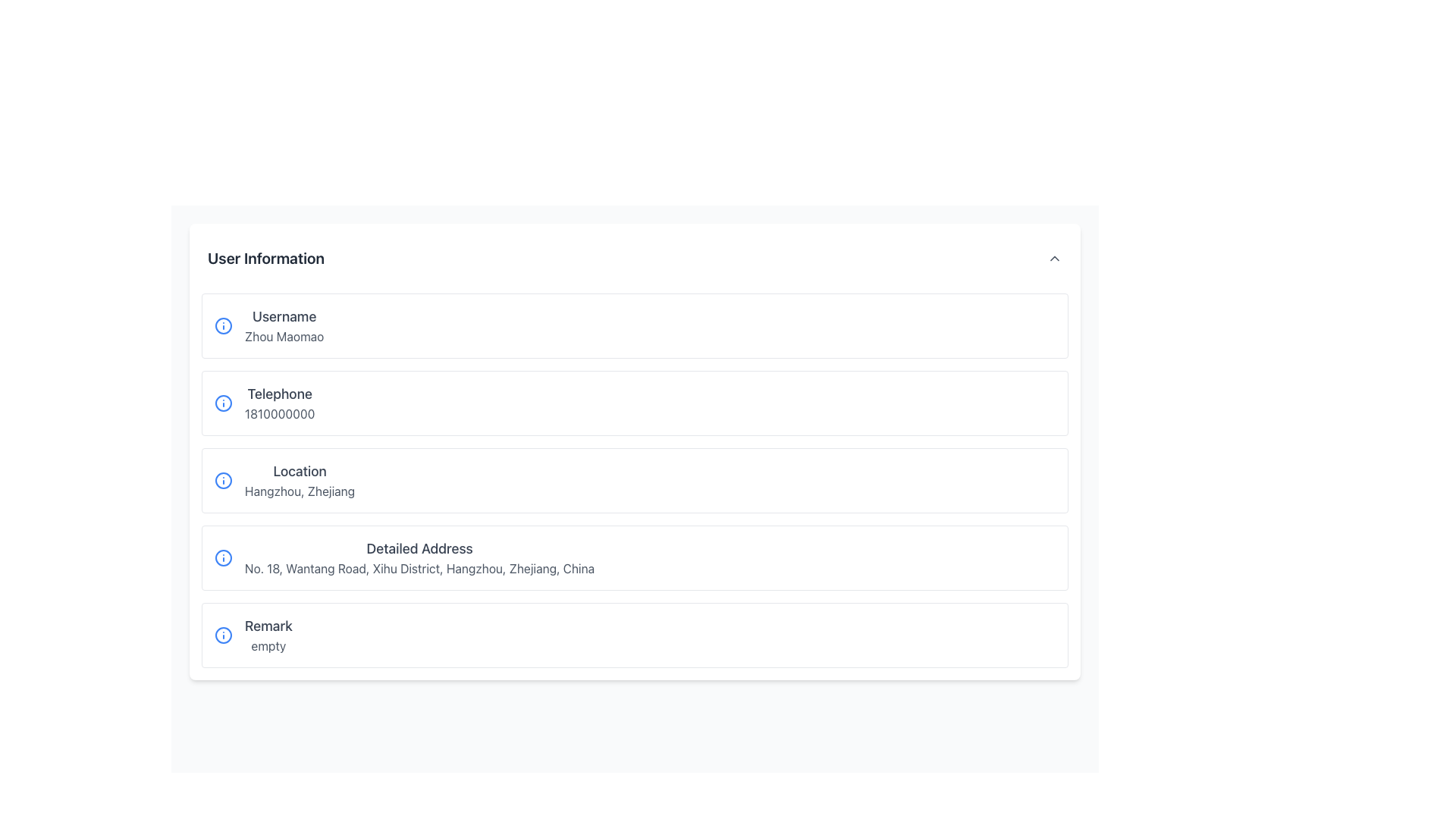 This screenshot has width=1456, height=819. I want to click on the Text Display element that shows the user's city and region, which is positioned third in the 'User Information' section, so click(300, 480).